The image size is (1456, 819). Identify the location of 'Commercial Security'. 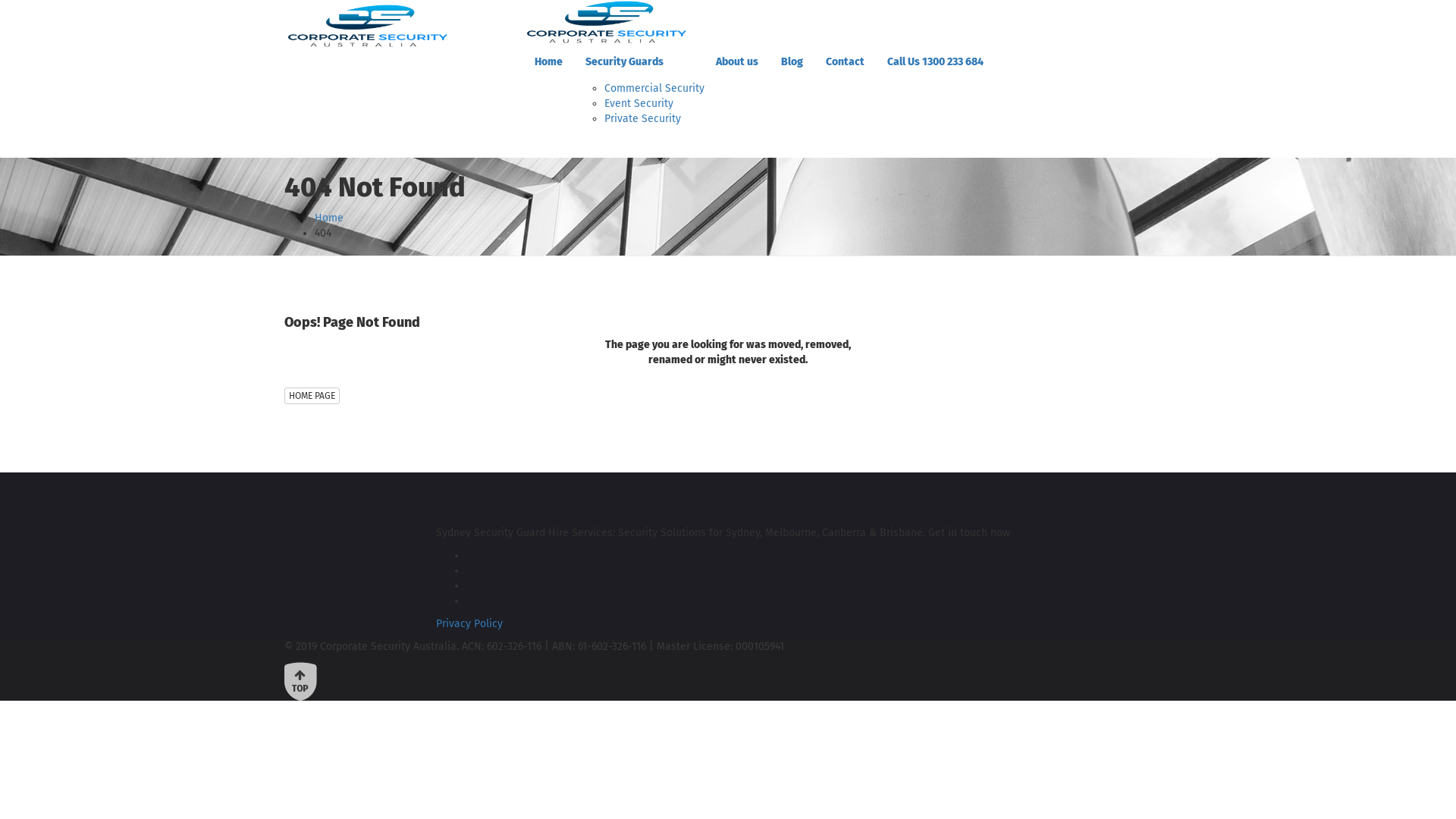
(654, 88).